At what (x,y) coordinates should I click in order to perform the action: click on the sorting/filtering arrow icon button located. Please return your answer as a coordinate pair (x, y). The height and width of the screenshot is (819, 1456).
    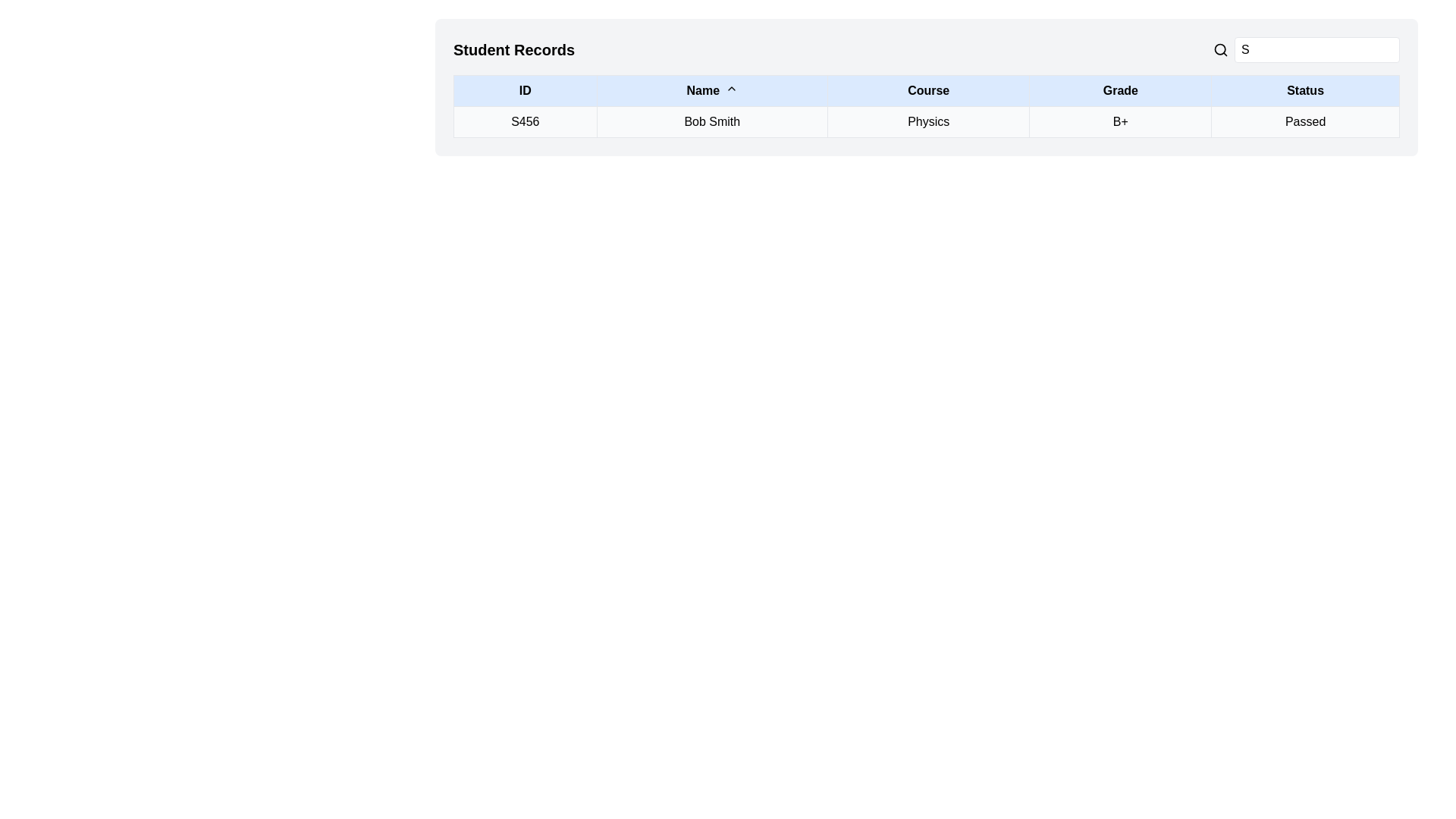
    Looking at the image, I should click on (731, 88).